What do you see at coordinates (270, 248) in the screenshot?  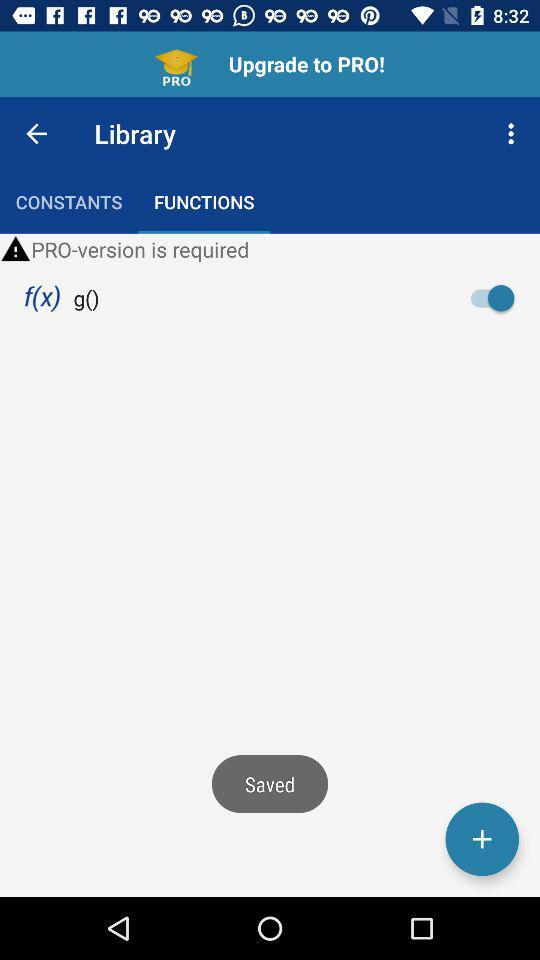 I see `pro version is item` at bounding box center [270, 248].